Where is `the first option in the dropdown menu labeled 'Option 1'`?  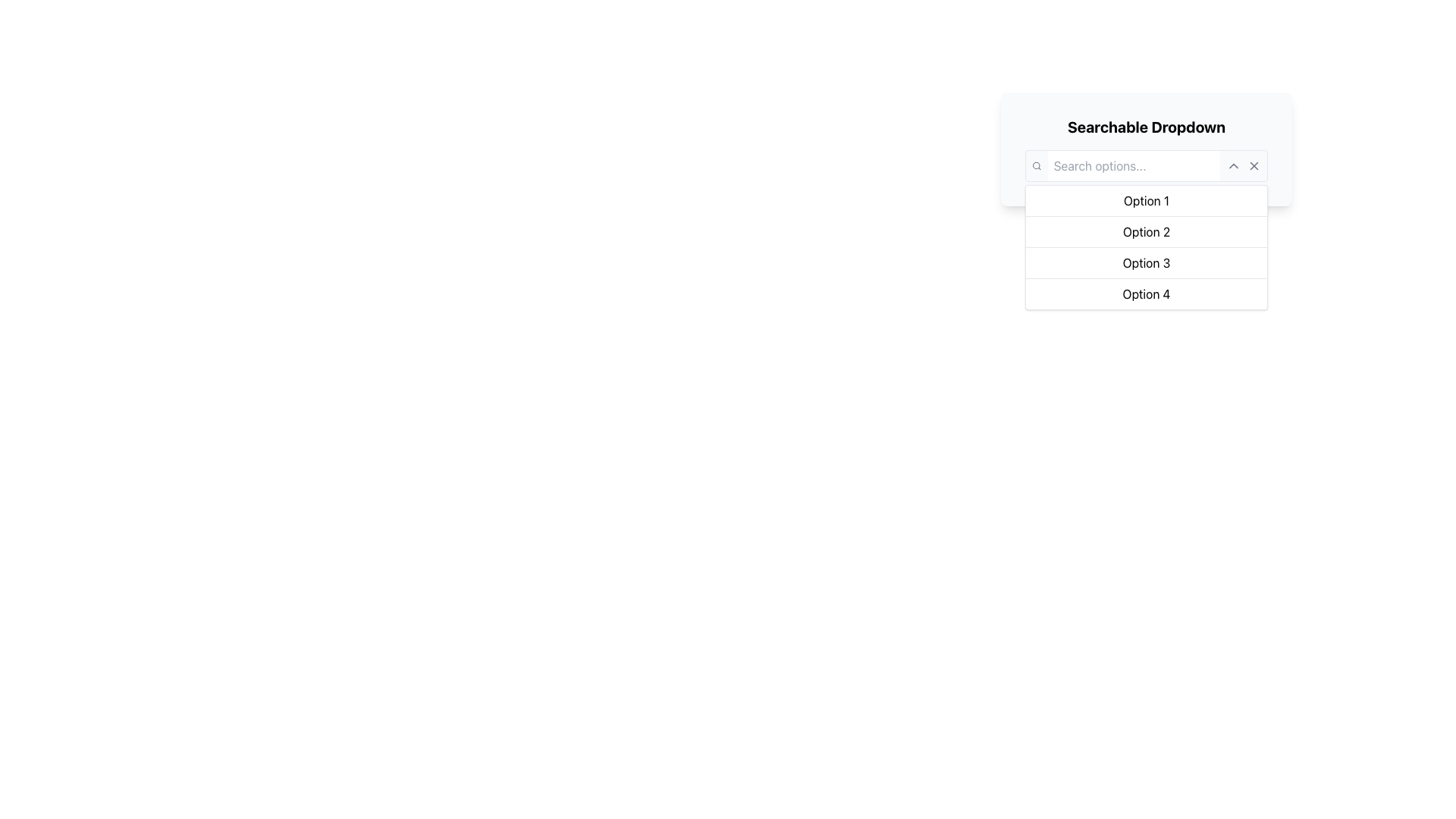
the first option in the dropdown menu labeled 'Option 1' is located at coordinates (1147, 200).